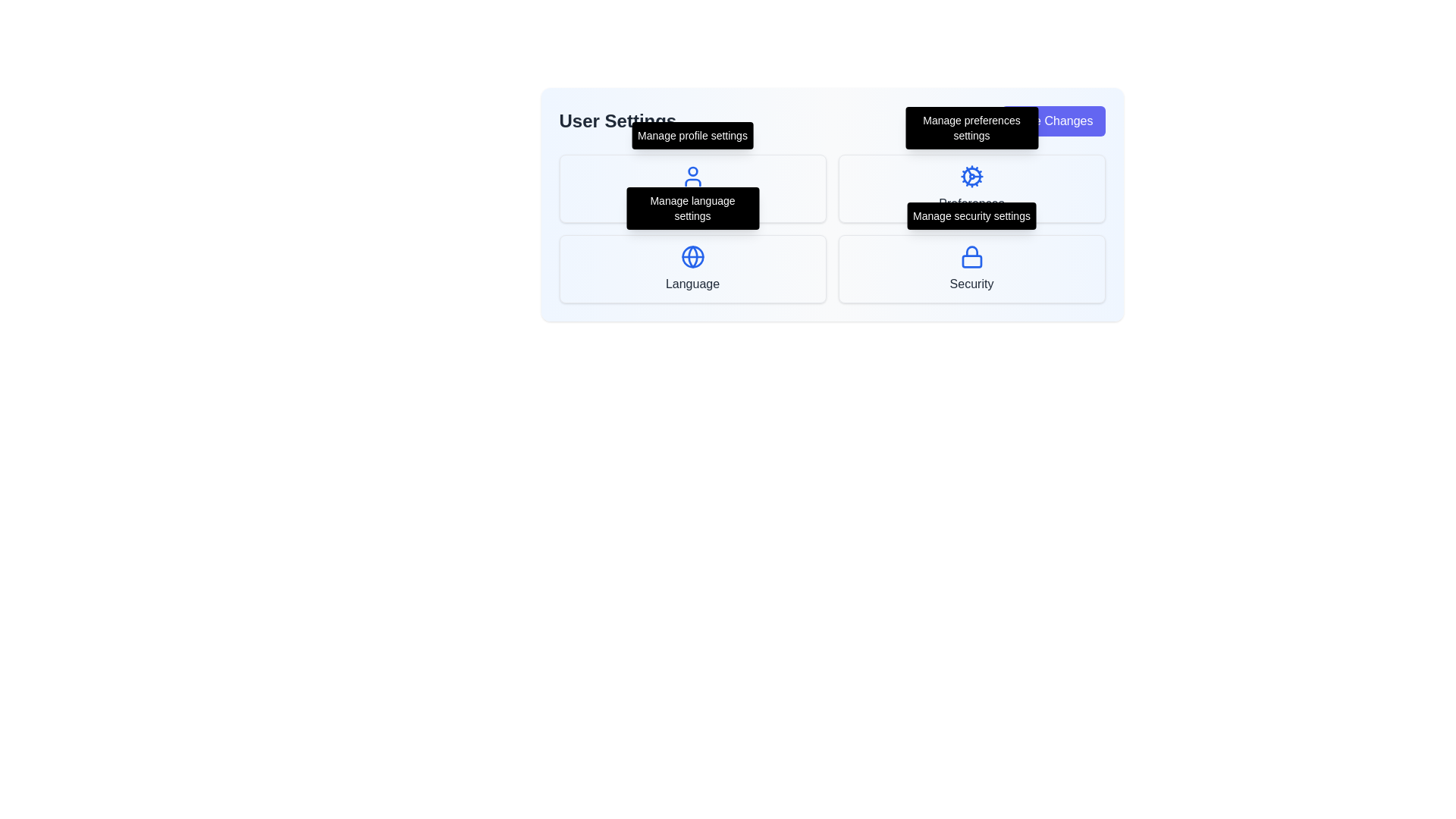  Describe the element at coordinates (971, 127) in the screenshot. I see `the tooltip with the text 'Manage preferences settings.' which is a rectangular tooltip with rounded corners and a solid black background, appearing above the 'Preferences' button in the 'User Settings' section` at that location.